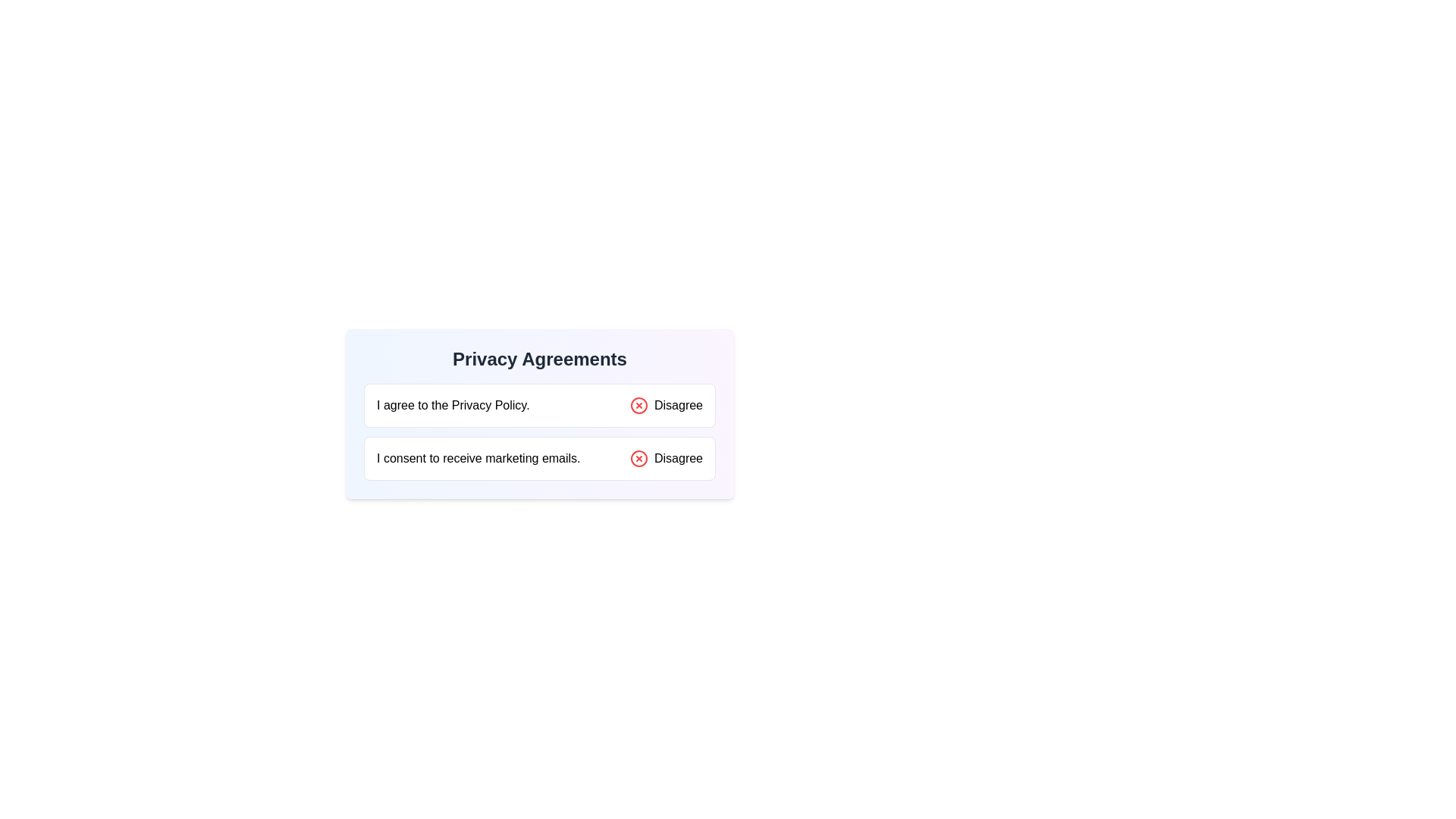 The image size is (1456, 819). I want to click on the cancel icon next to the 'Disagree' text in the upper portion of the options list, so click(639, 458).